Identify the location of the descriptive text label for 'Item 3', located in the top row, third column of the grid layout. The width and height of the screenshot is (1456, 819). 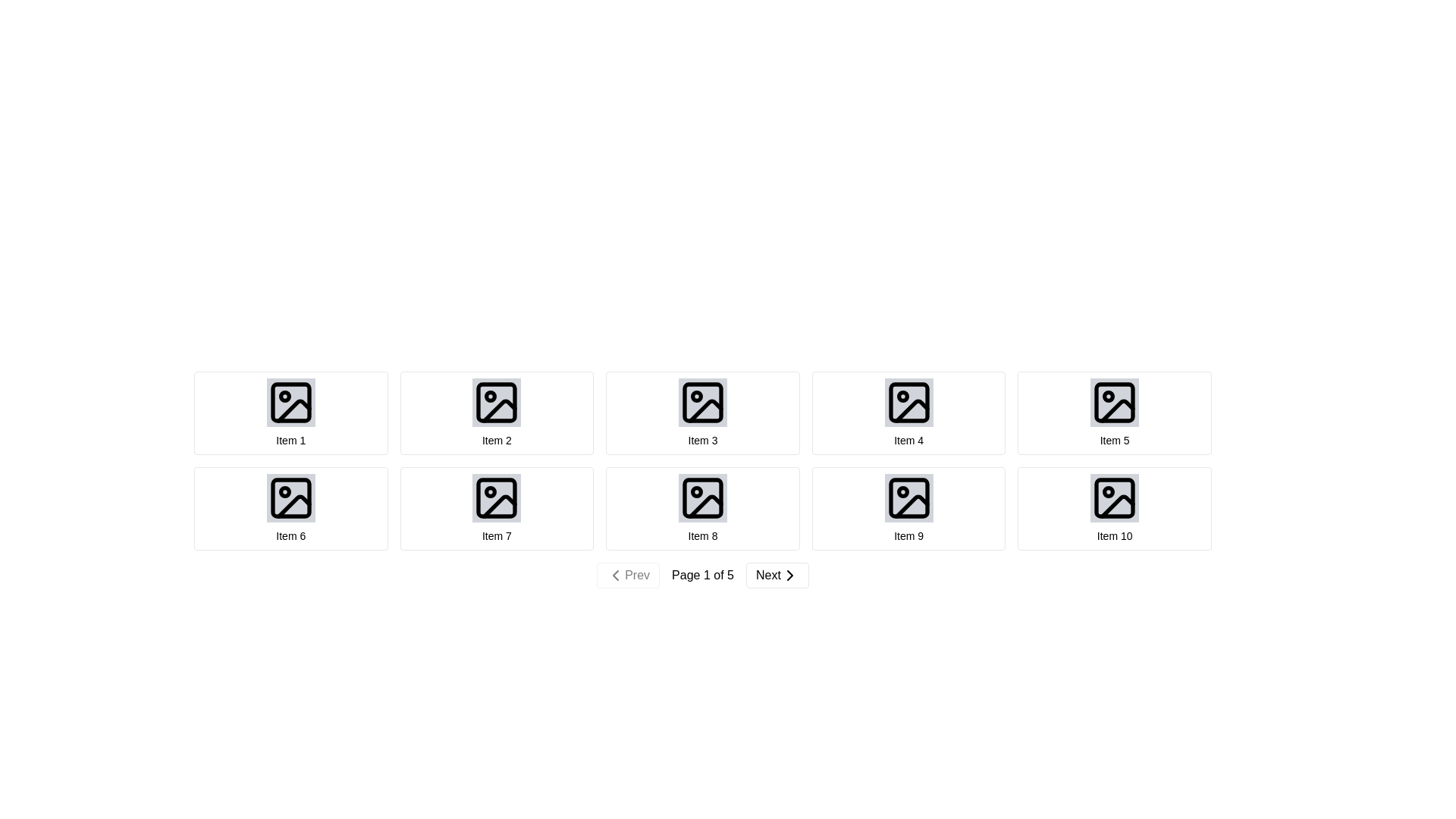
(701, 441).